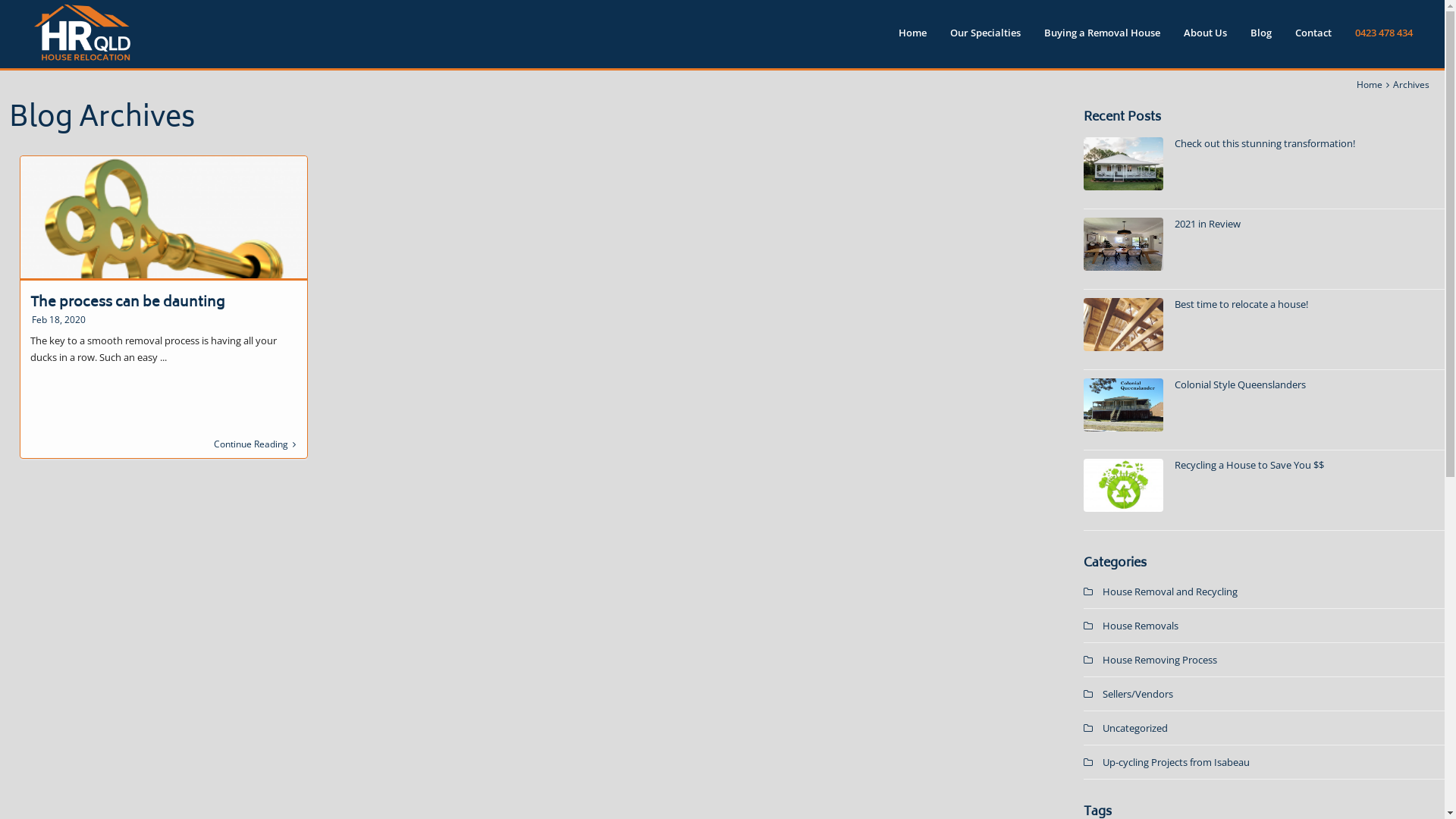 The height and width of the screenshot is (819, 1456). What do you see at coordinates (1137, 693) in the screenshot?
I see `'Sellers/Vendors'` at bounding box center [1137, 693].